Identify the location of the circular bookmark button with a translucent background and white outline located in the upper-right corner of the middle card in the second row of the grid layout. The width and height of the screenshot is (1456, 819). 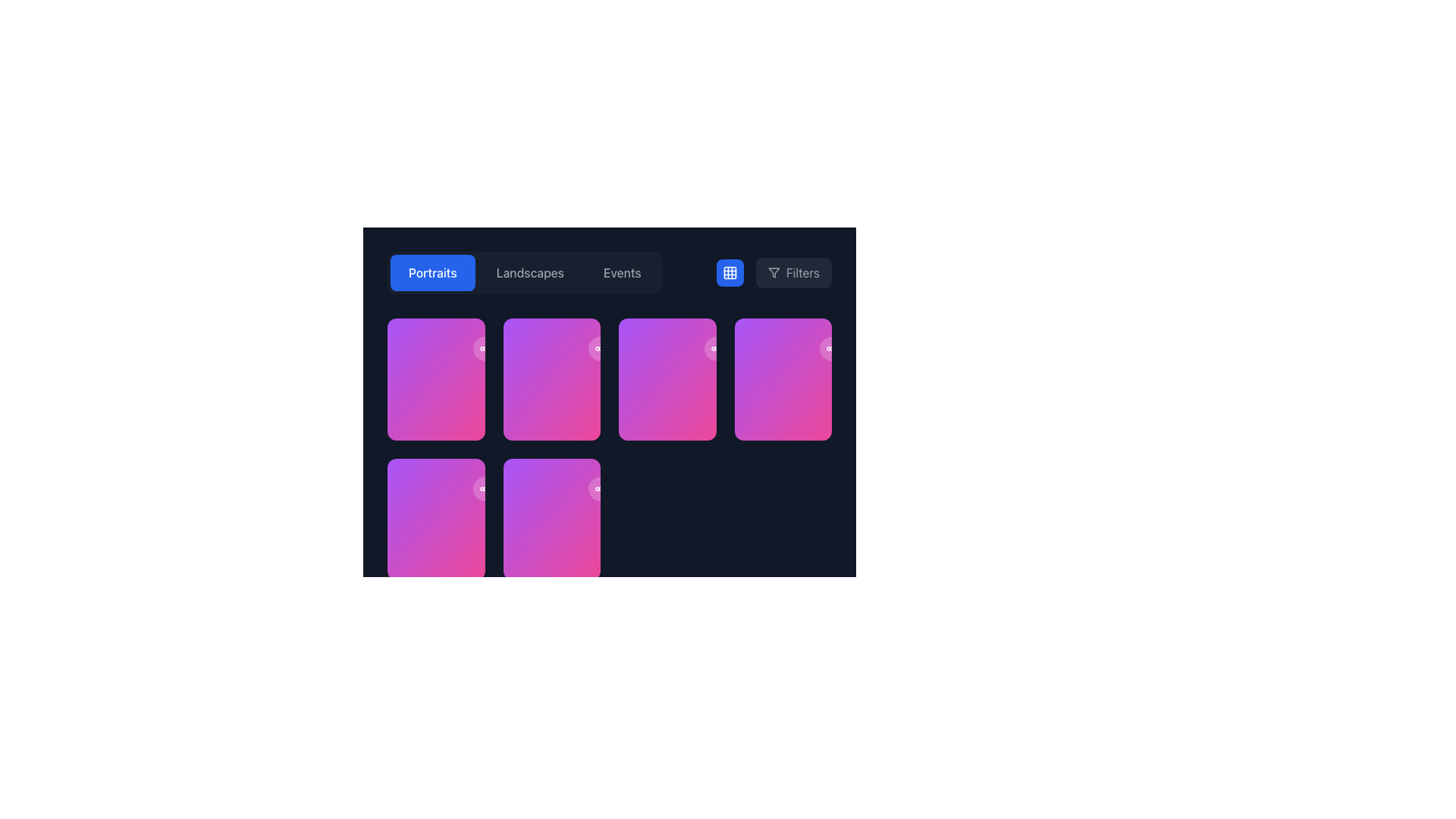
(625, 348).